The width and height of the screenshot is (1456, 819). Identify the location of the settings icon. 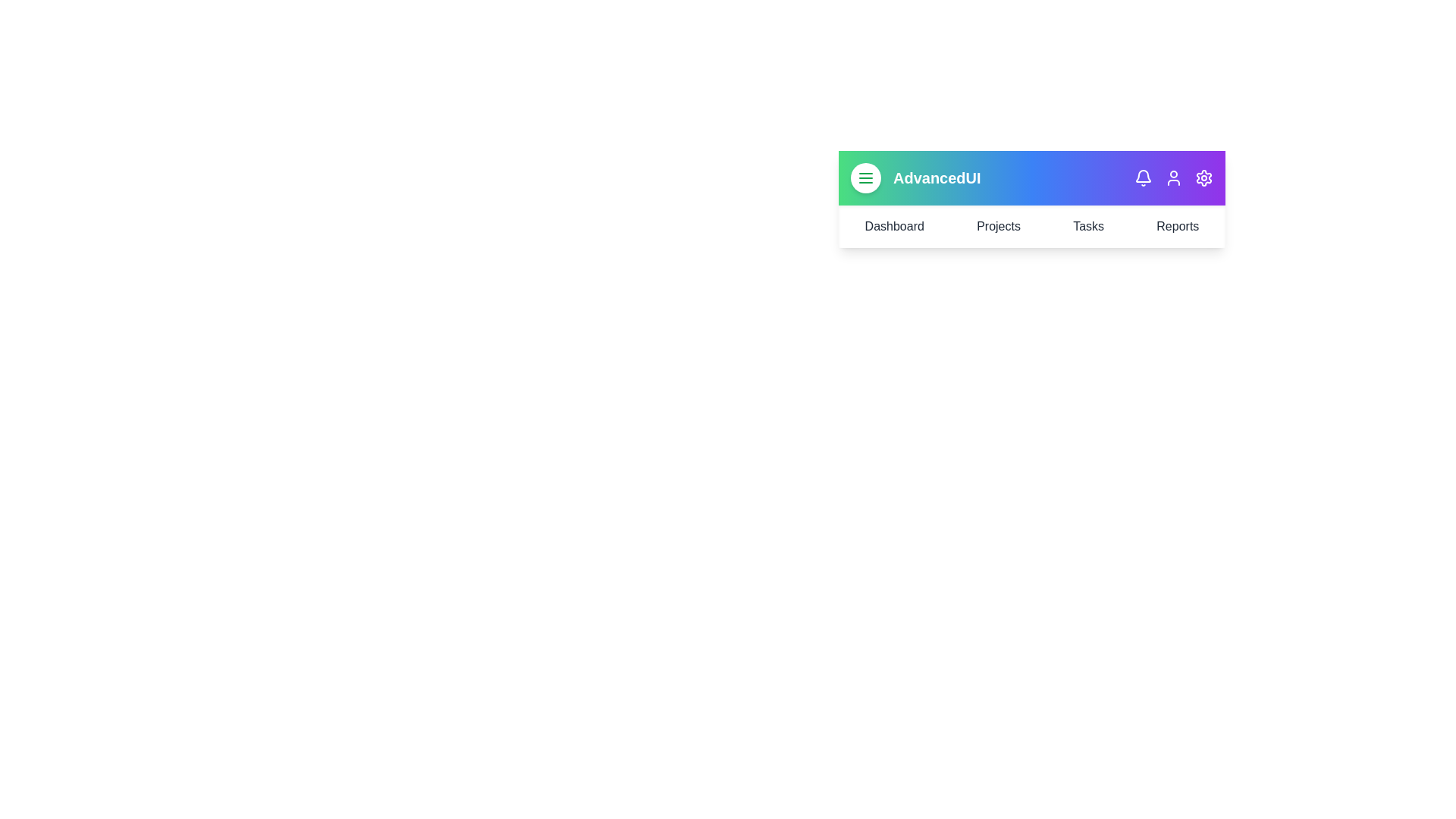
(1203, 177).